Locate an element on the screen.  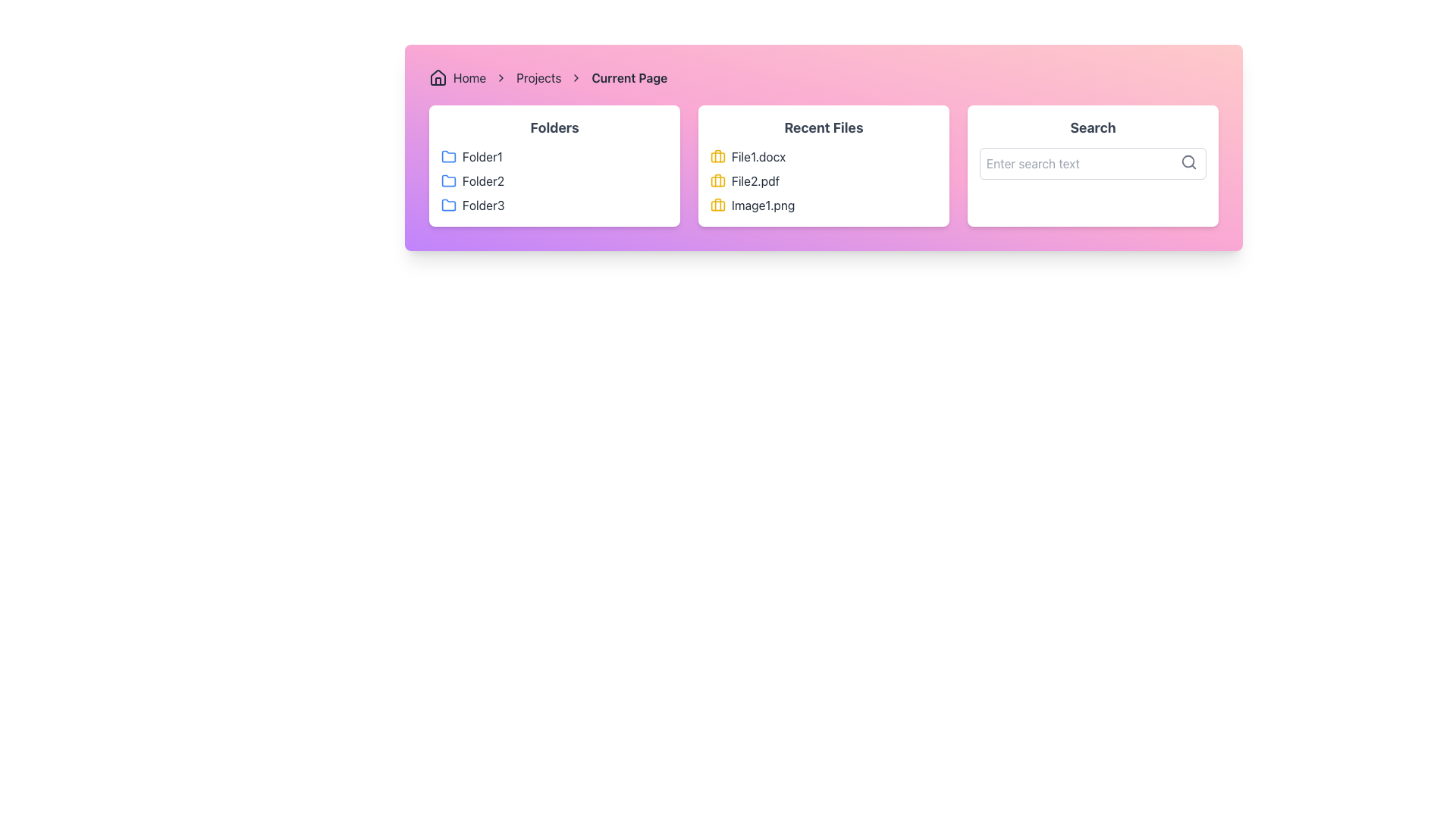
the folder icon representing 'Folder1' is located at coordinates (447, 157).